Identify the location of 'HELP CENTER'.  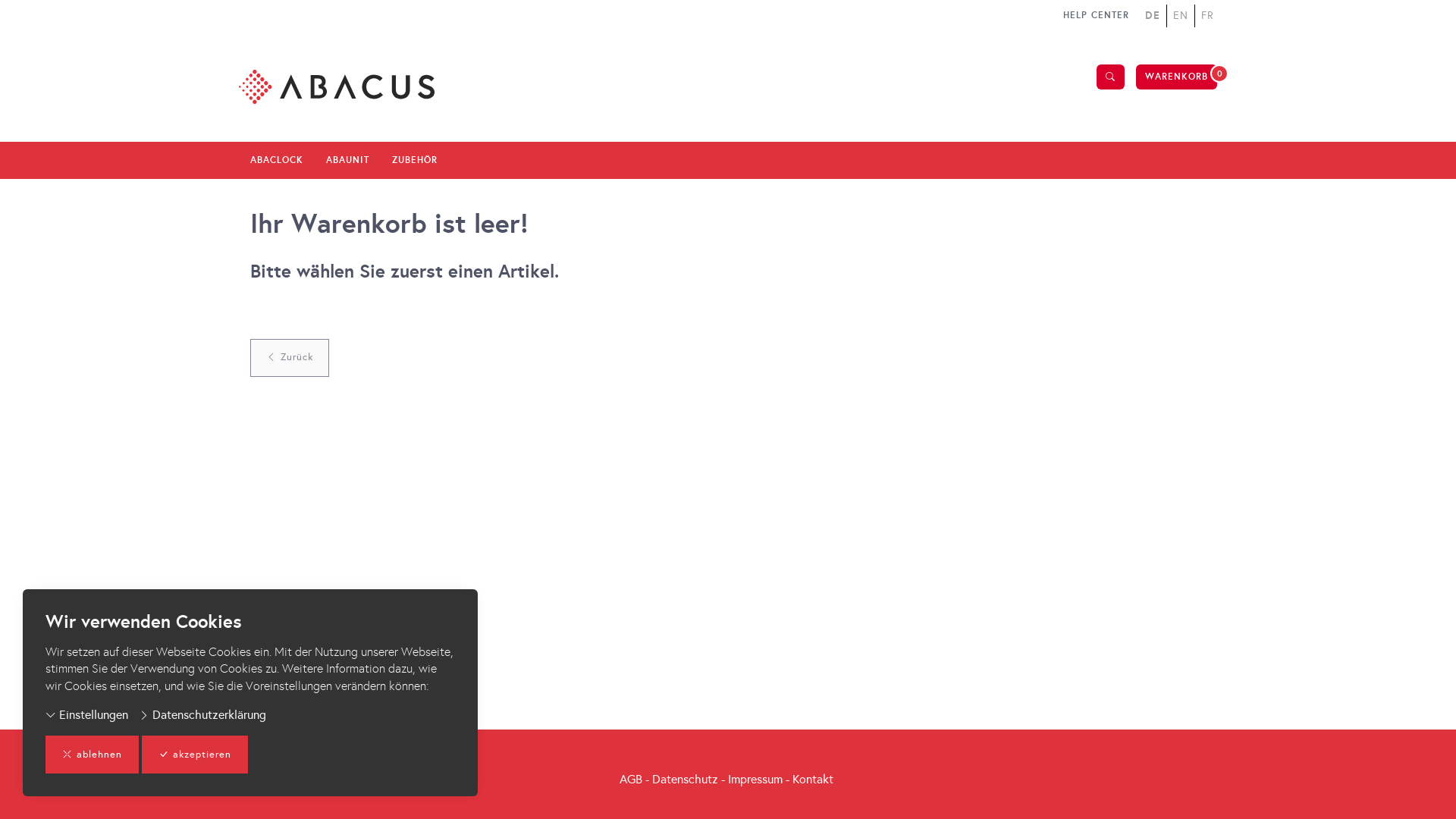
(1062, 14).